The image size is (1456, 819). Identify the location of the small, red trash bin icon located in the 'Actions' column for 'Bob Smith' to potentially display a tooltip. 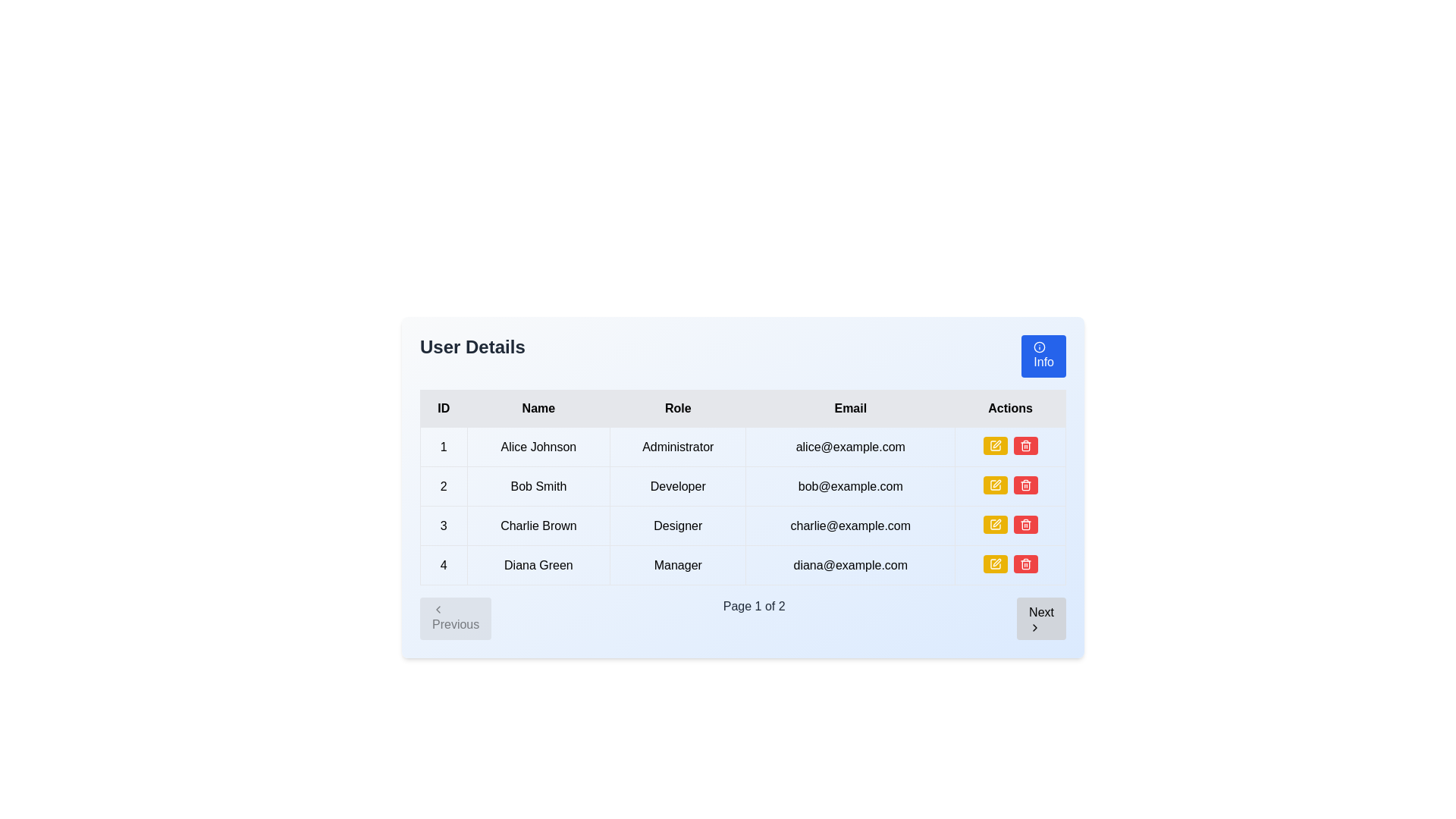
(1025, 444).